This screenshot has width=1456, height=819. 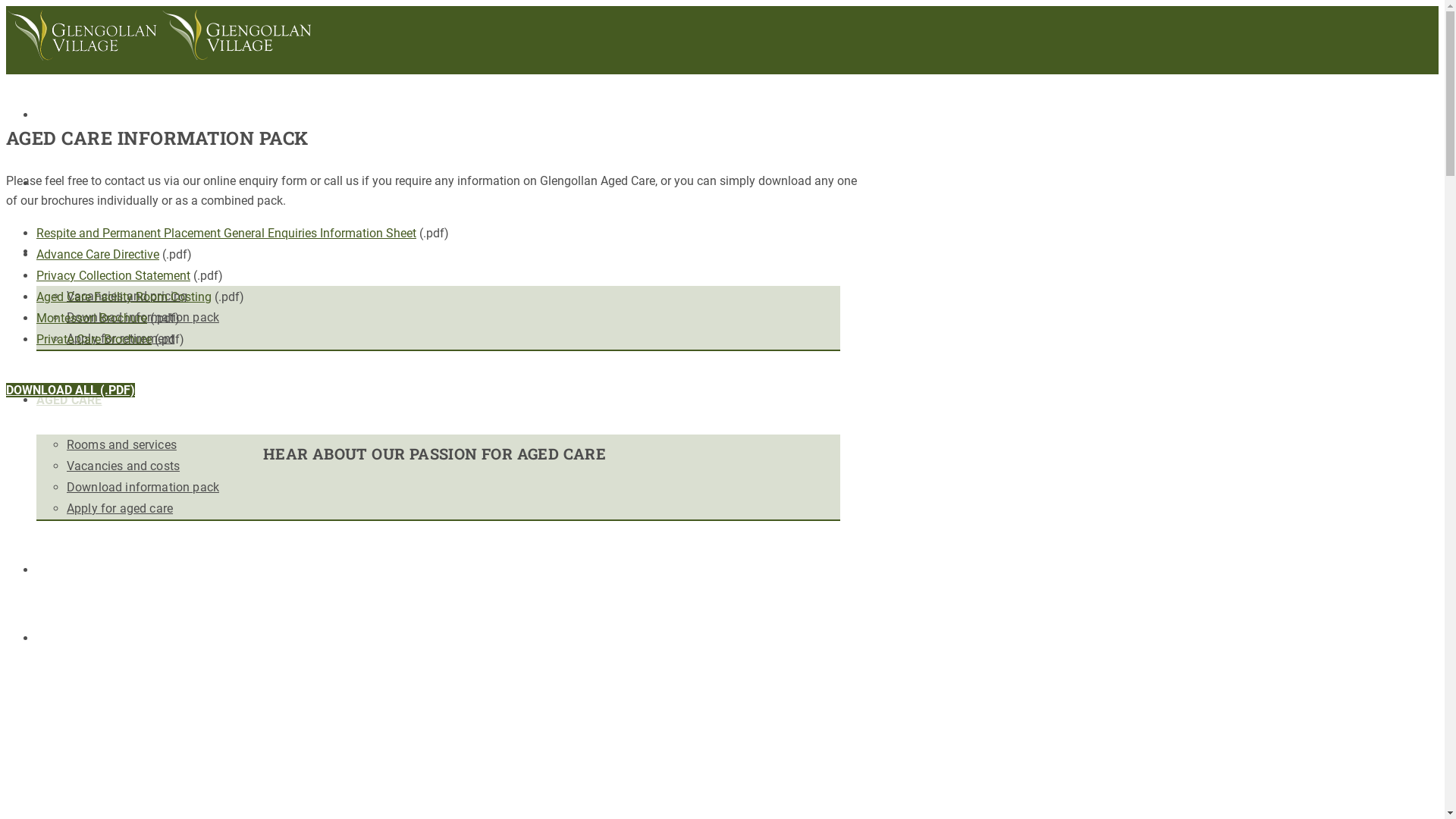 I want to click on 'Vacancies and pricing', so click(x=127, y=296).